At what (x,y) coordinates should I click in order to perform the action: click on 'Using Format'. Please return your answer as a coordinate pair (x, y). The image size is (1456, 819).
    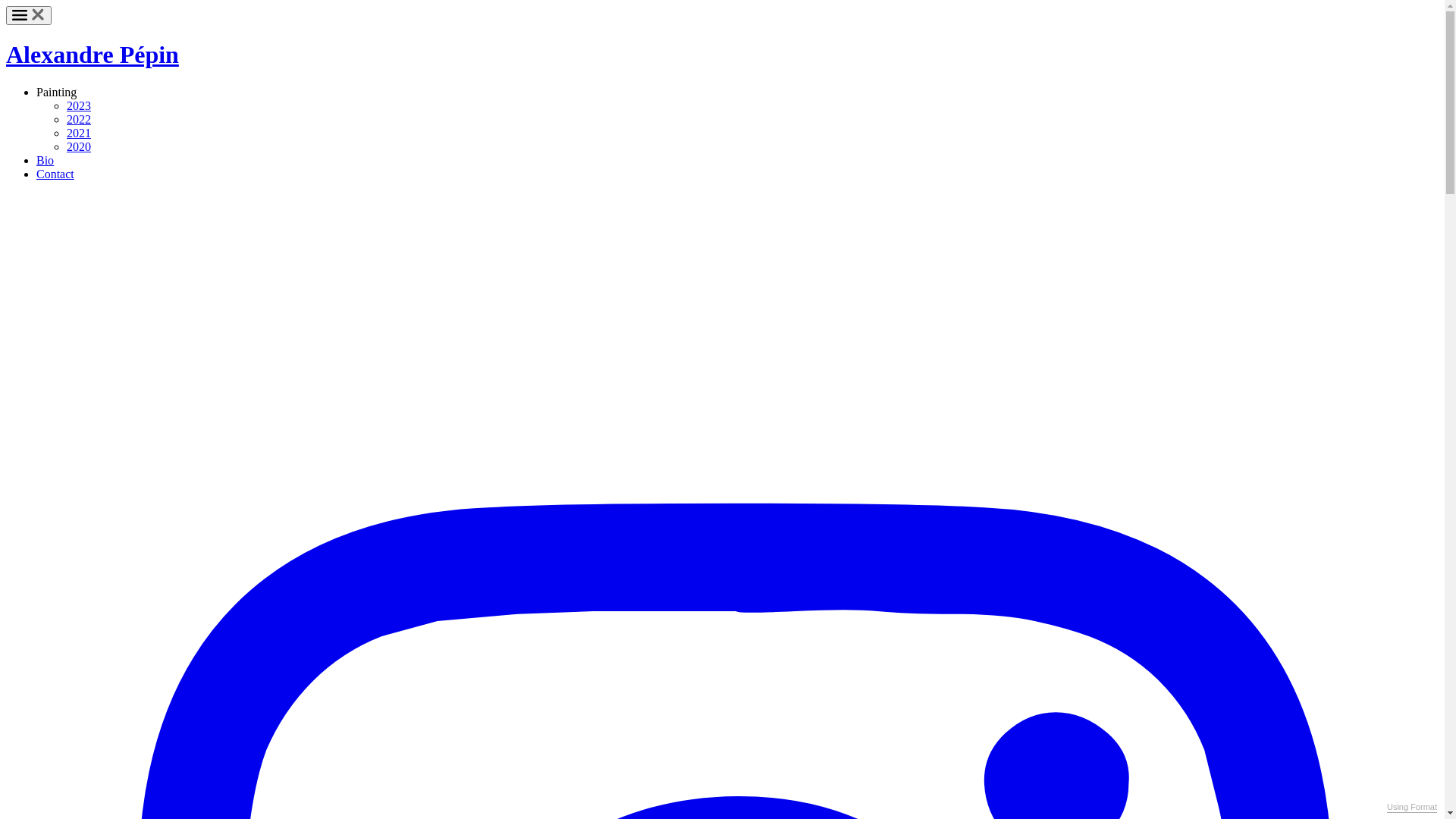
    Looking at the image, I should click on (1386, 806).